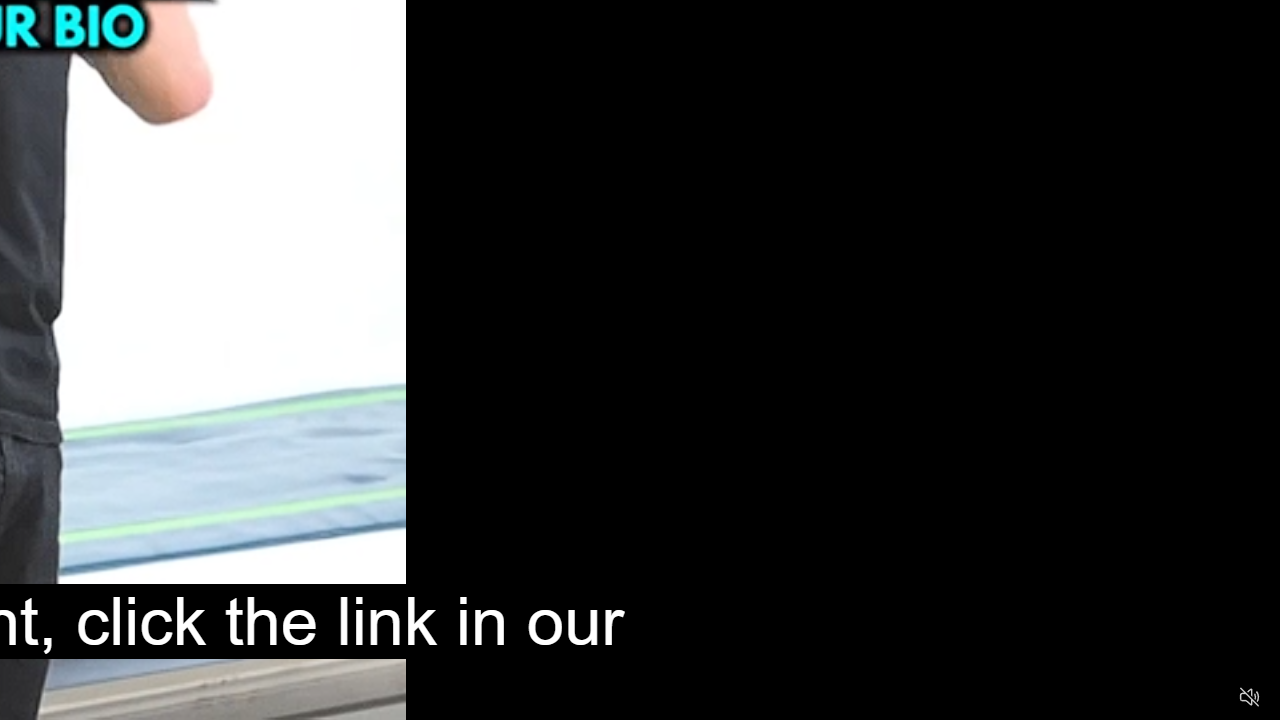  I want to click on 'Unmute', so click(1248, 695).